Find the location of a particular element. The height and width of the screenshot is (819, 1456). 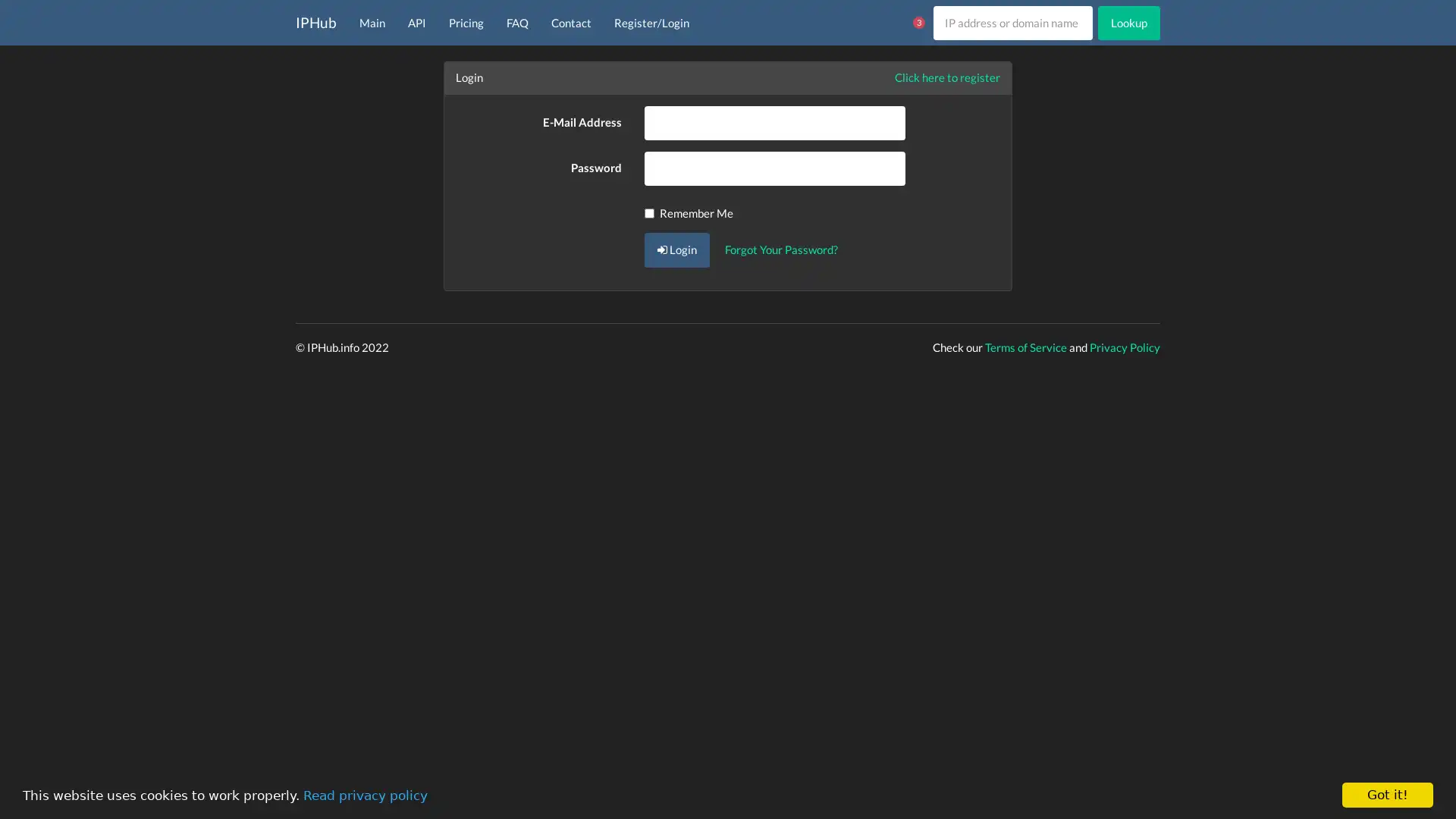

Login is located at coordinates (676, 249).